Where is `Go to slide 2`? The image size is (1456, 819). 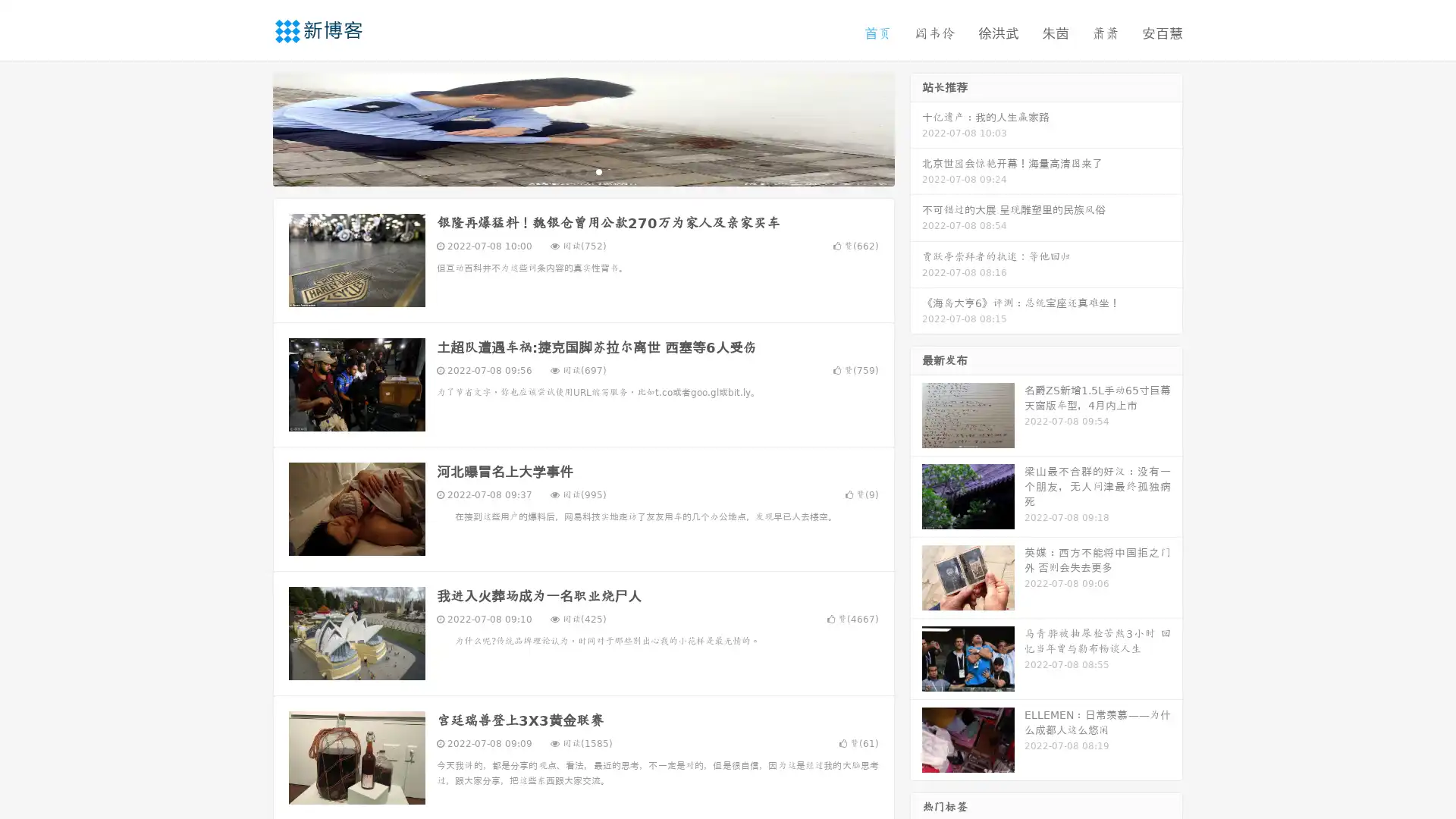
Go to slide 2 is located at coordinates (582, 171).